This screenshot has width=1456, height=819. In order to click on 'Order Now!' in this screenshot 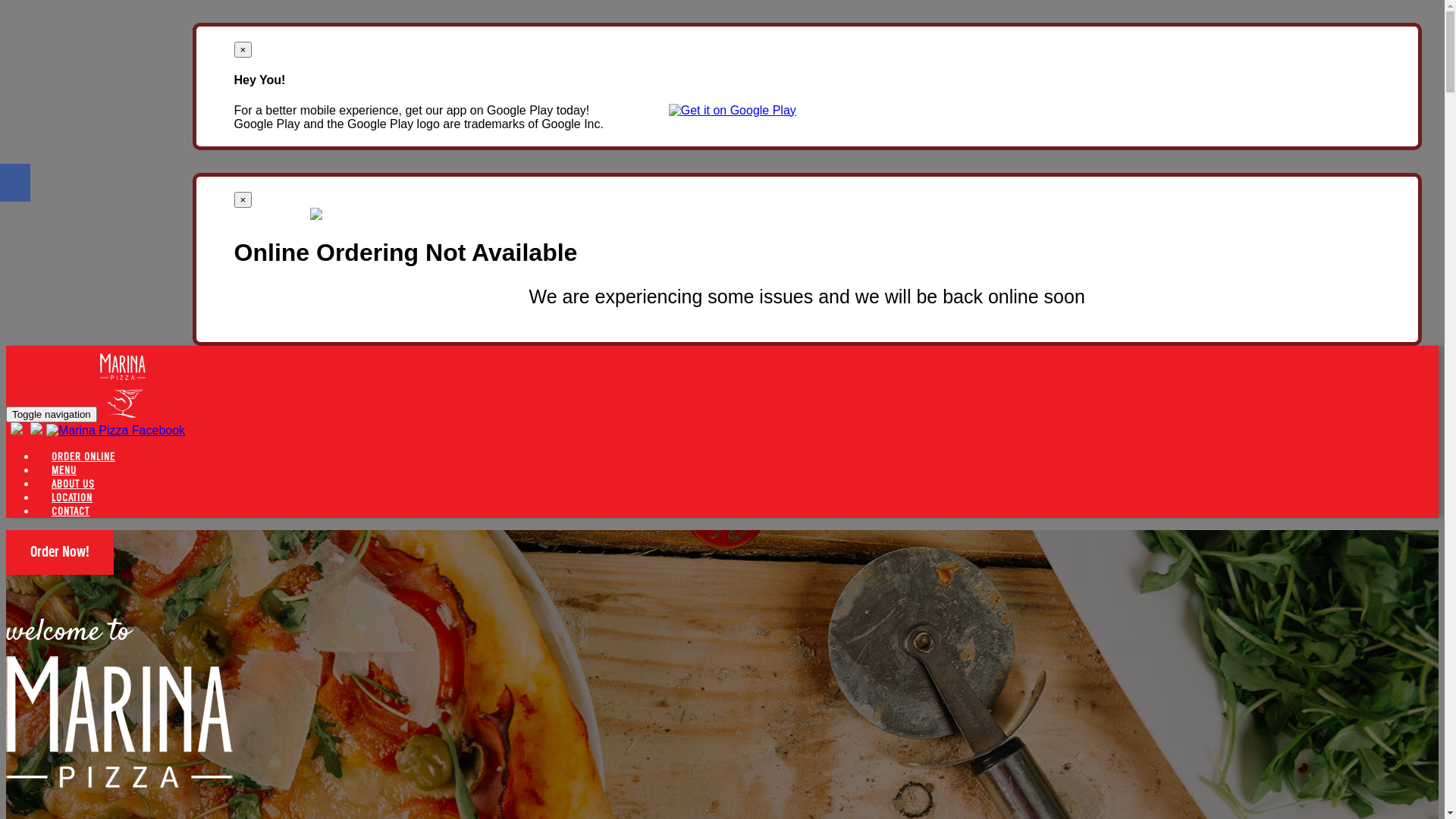, I will do `click(59, 552)`.